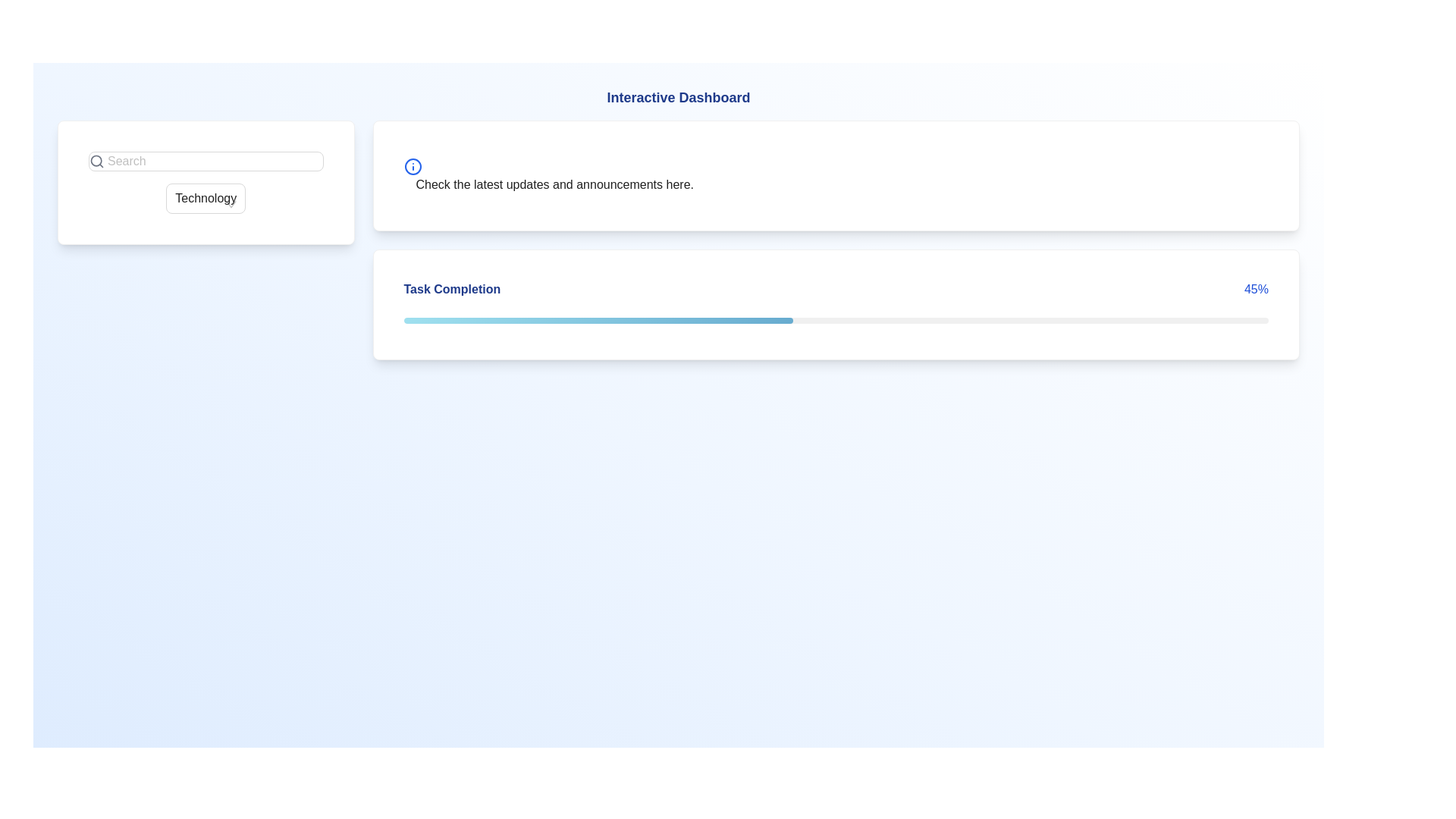 The width and height of the screenshot is (1456, 819). Describe the element at coordinates (205, 198) in the screenshot. I see `the dropdown menu for Technology options located below the search box` at that location.